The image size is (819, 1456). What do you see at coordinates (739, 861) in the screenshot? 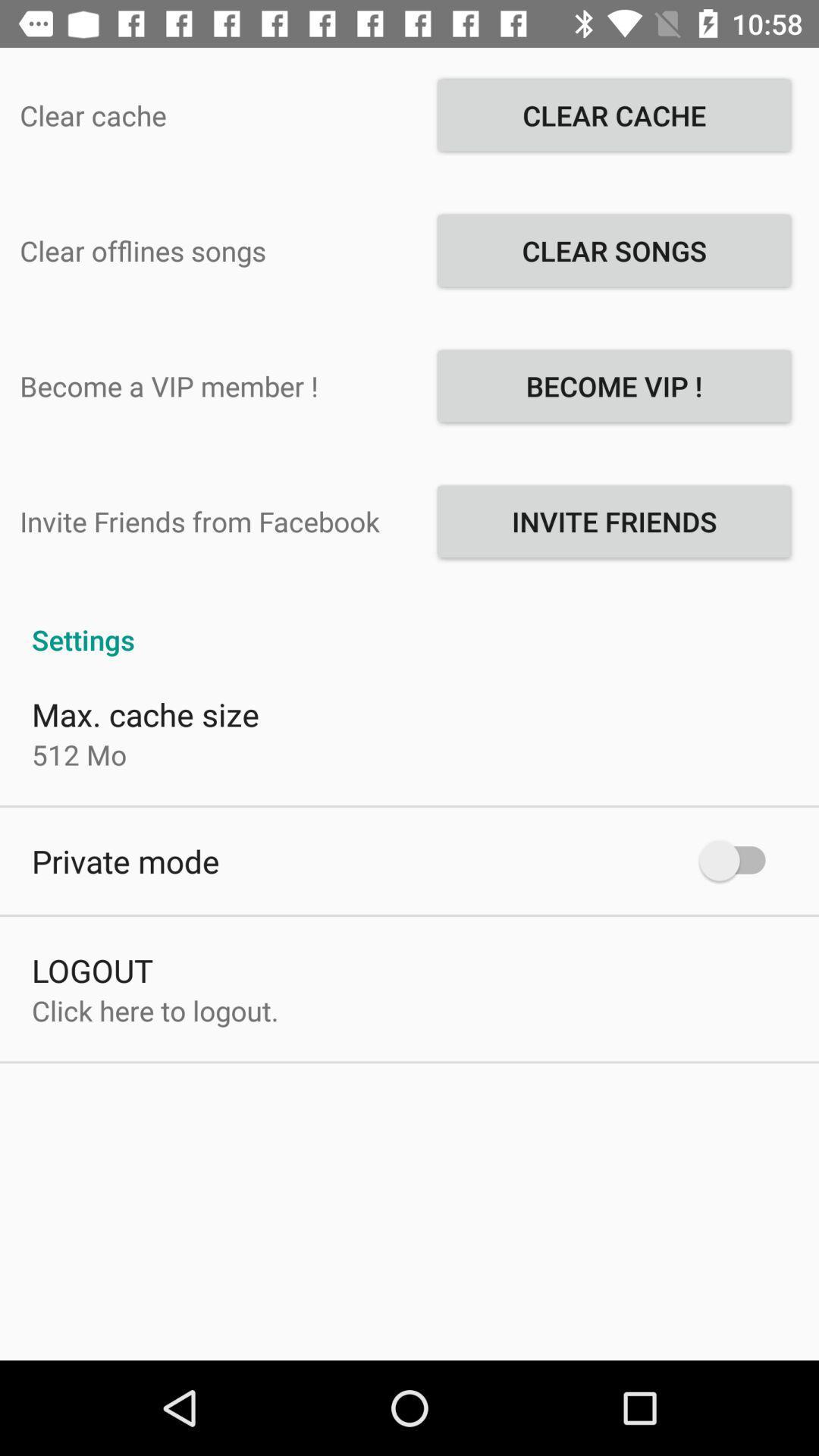
I see `icon below settings item` at bounding box center [739, 861].